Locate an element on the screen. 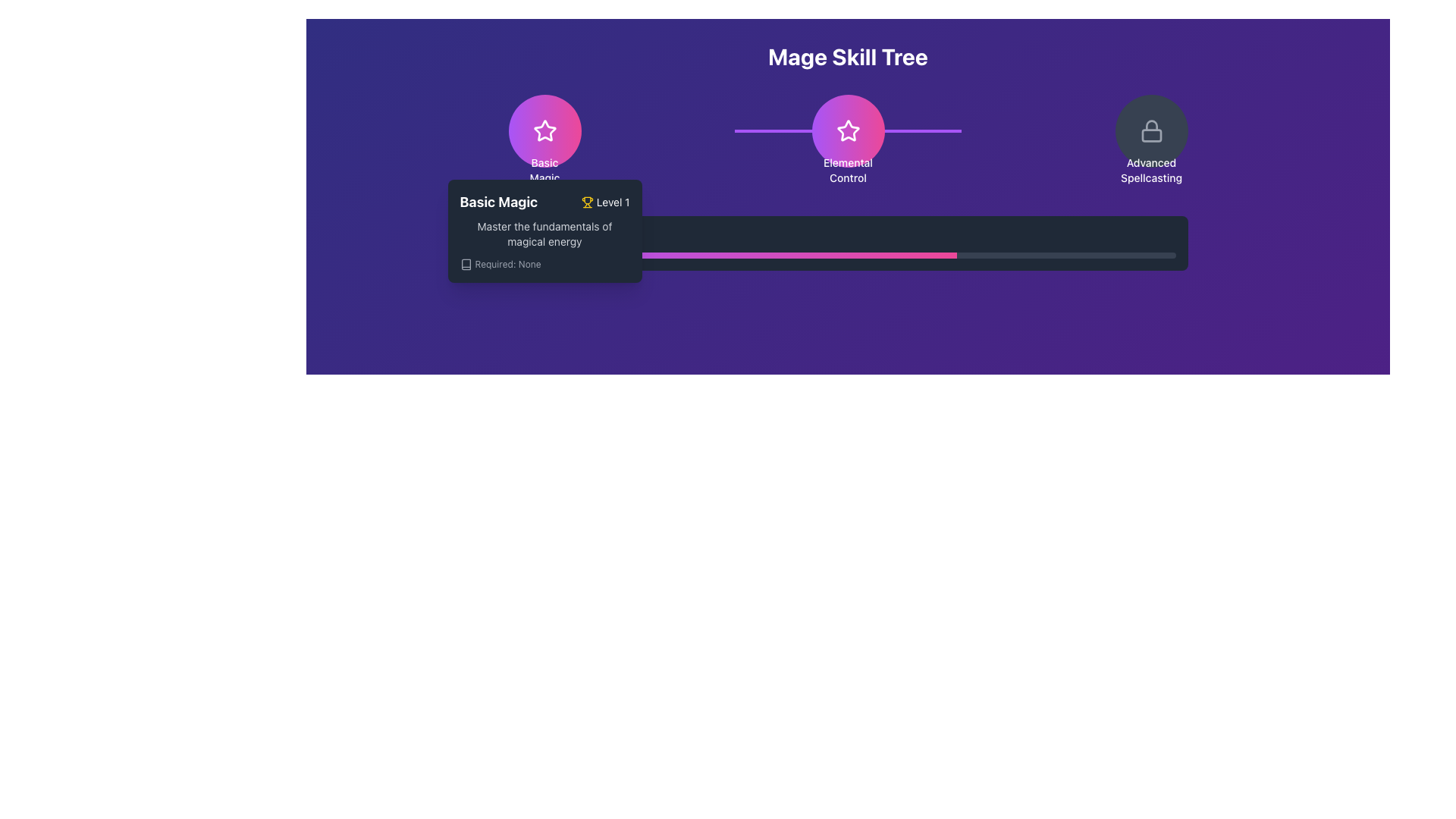 This screenshot has width=1456, height=819. the Progress Bar Segment that visually represents the progress within the skill tree's progression bar, located towards the left and occupying two-thirds of the width of the horizontal progress bar is located at coordinates (739, 254).